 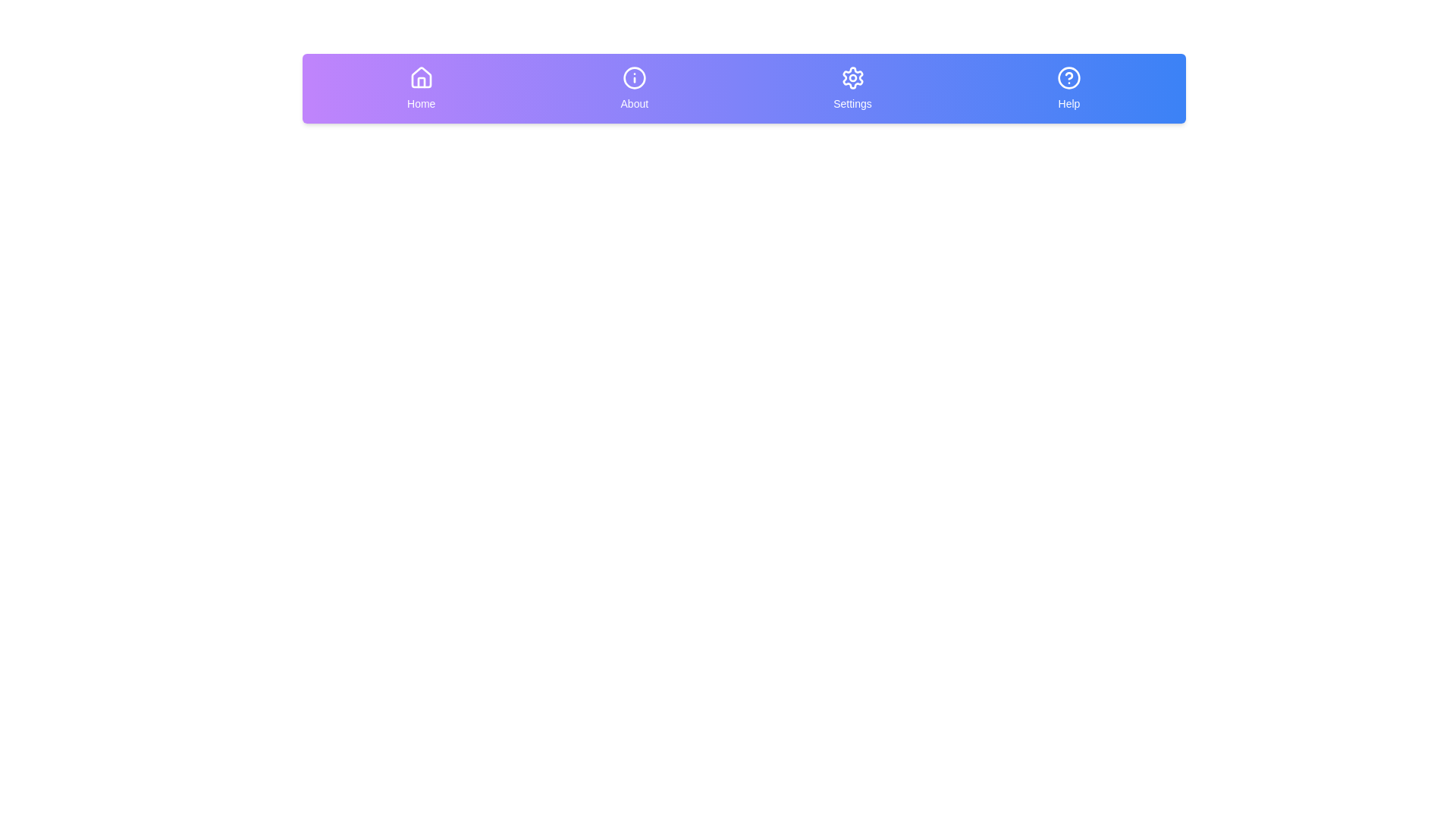 What do you see at coordinates (634, 78) in the screenshot?
I see `the 'About' icon in the navigation bar, which serves as the visual indicator for the informational page` at bounding box center [634, 78].